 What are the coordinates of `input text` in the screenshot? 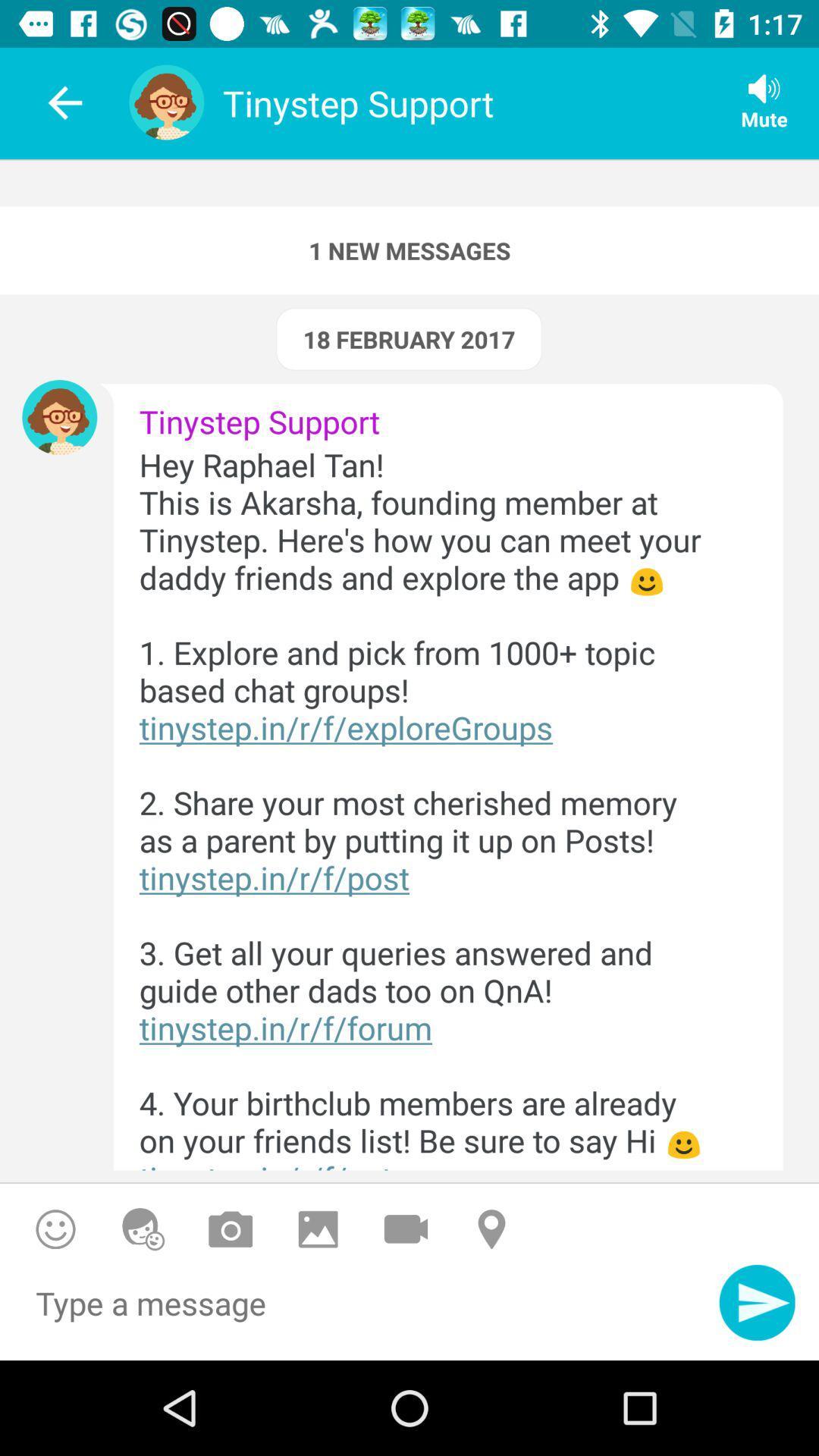 It's located at (359, 1310).